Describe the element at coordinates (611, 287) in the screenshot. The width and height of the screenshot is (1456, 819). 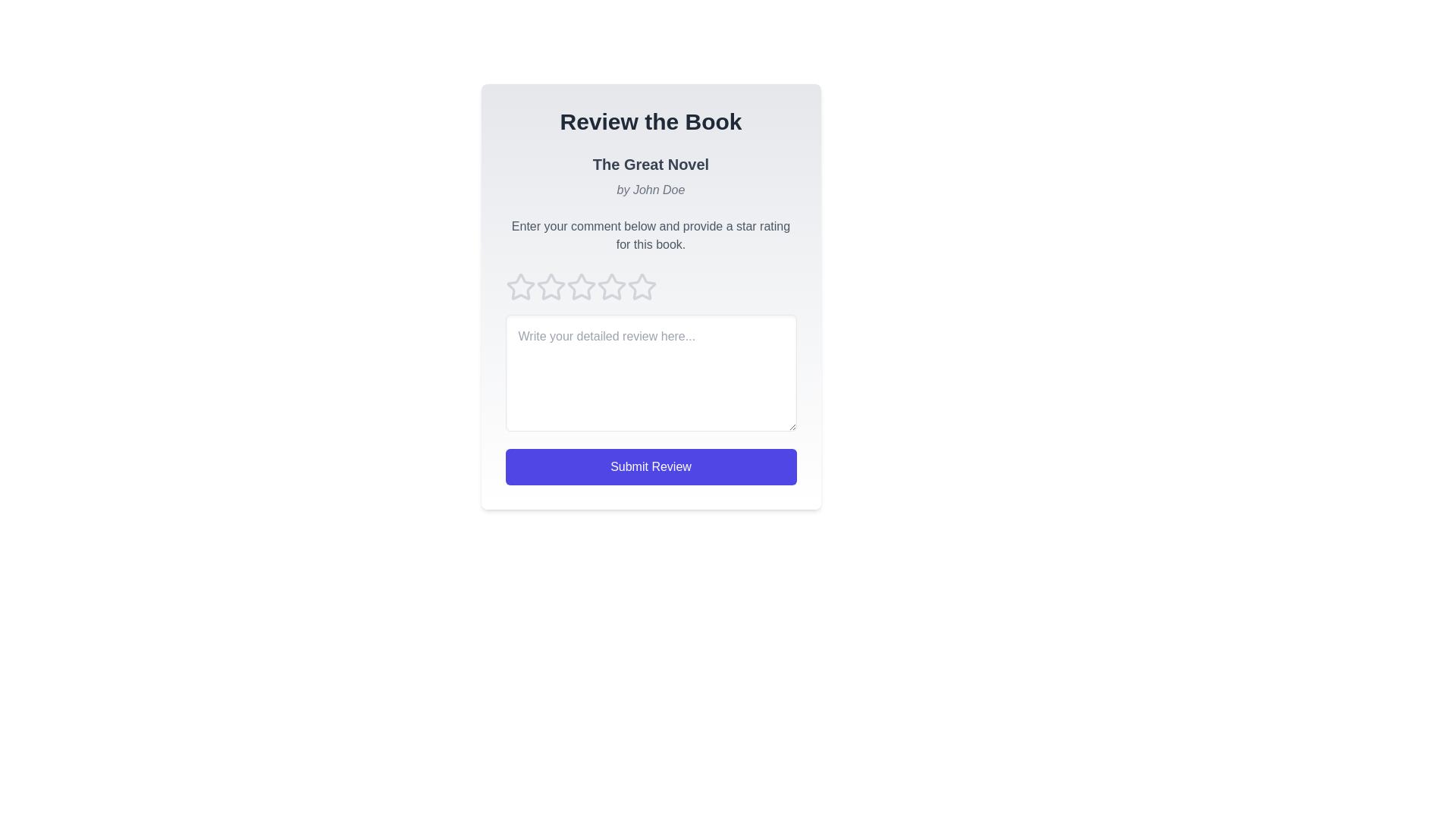
I see `the star icon corresponding to 4 to preview the rating` at that location.